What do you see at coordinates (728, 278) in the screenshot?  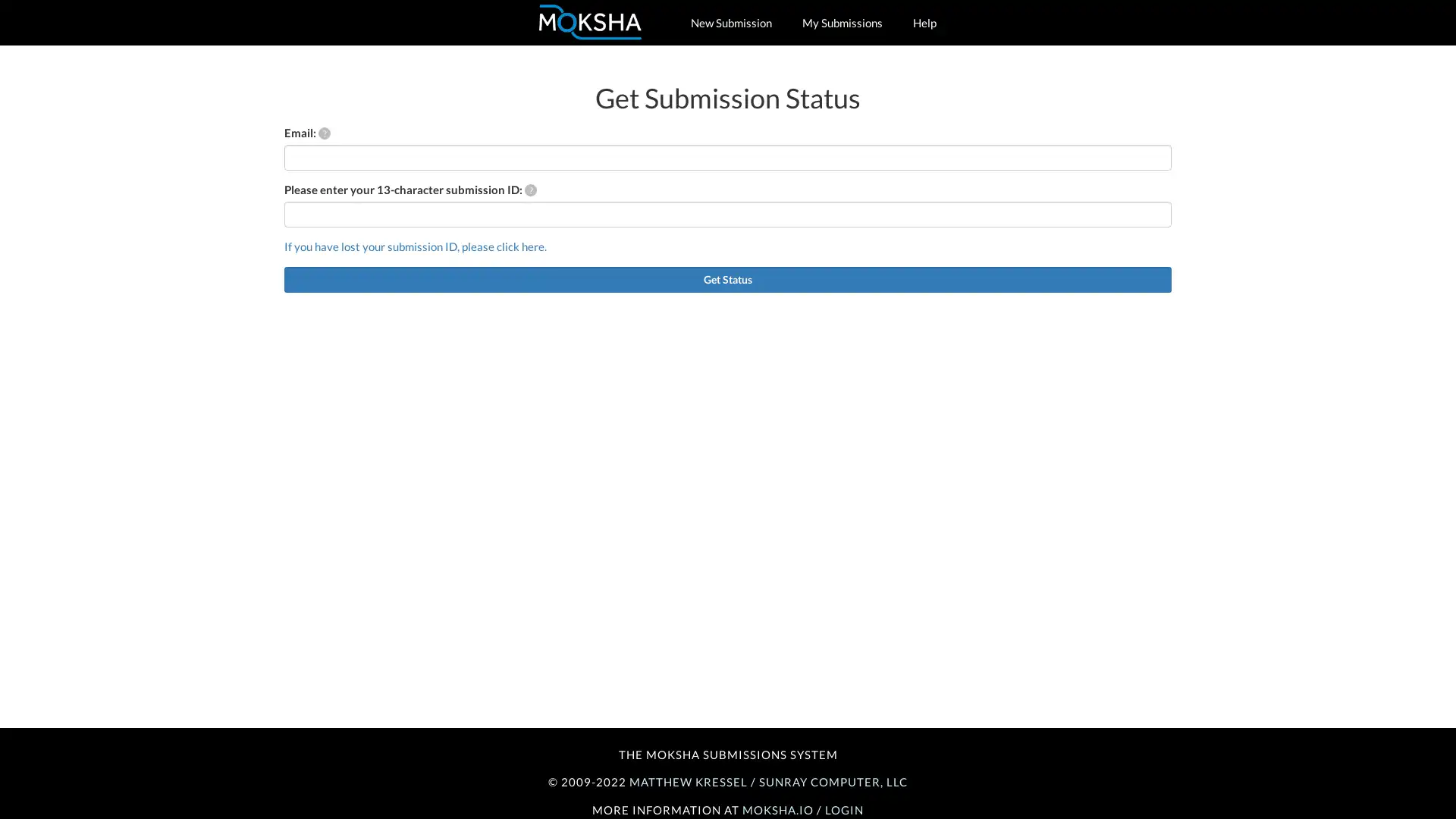 I see `Get Status` at bounding box center [728, 278].